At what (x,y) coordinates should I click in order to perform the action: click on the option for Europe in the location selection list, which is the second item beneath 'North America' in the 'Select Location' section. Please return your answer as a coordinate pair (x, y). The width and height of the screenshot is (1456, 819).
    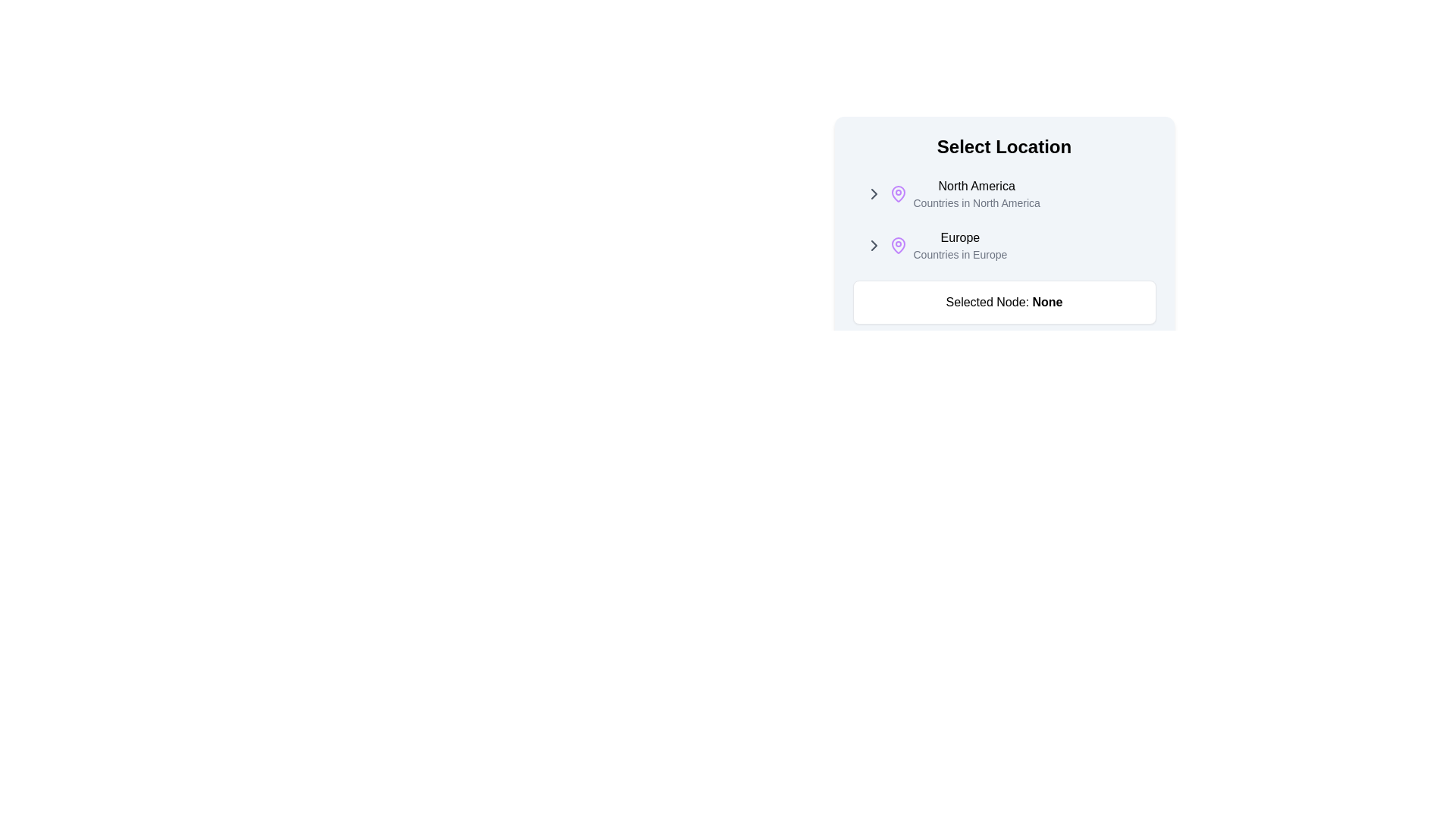
    Looking at the image, I should click on (1004, 245).